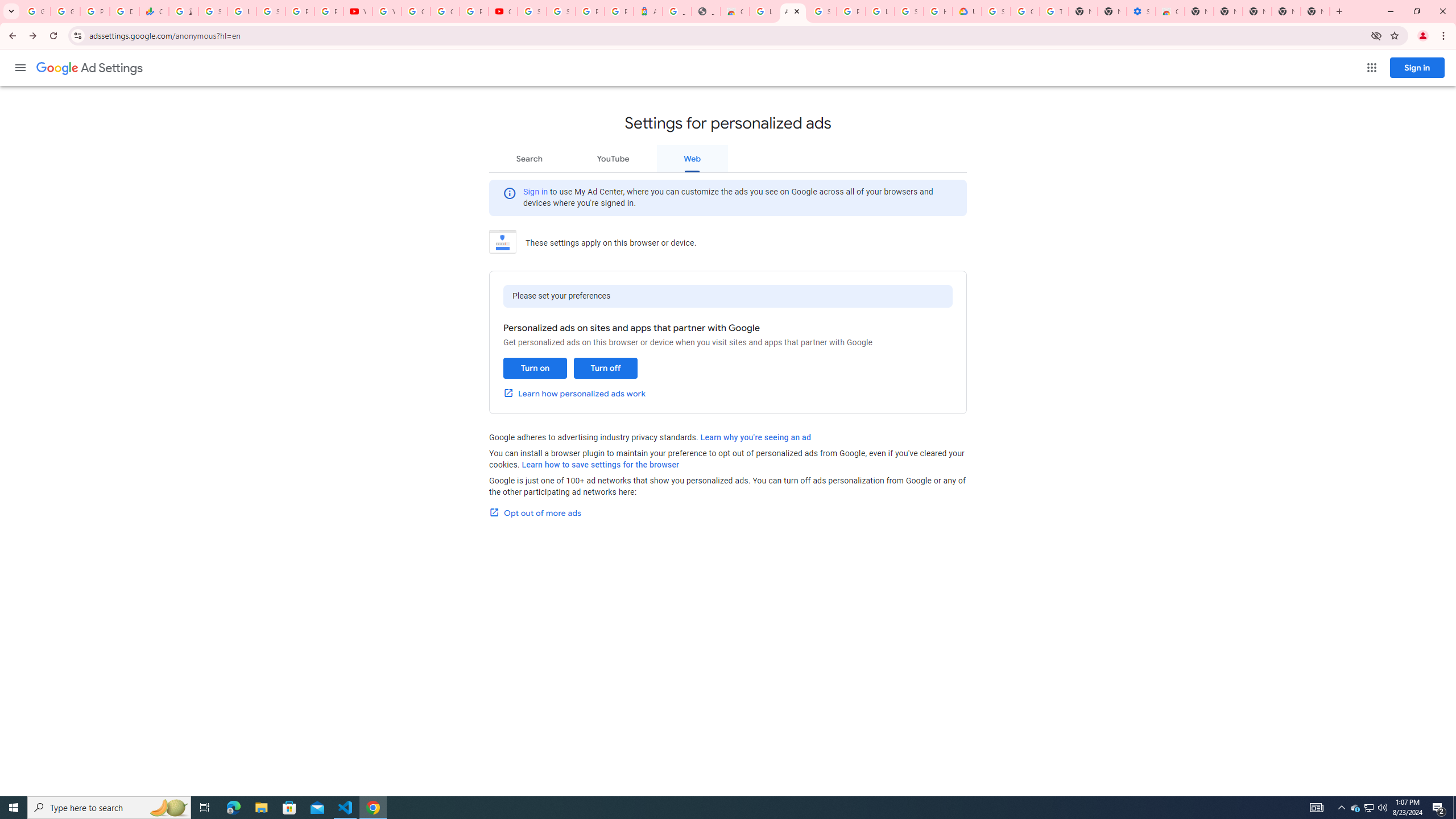 This screenshot has height=819, width=1456. What do you see at coordinates (726, 35) in the screenshot?
I see `'Address and search bar'` at bounding box center [726, 35].